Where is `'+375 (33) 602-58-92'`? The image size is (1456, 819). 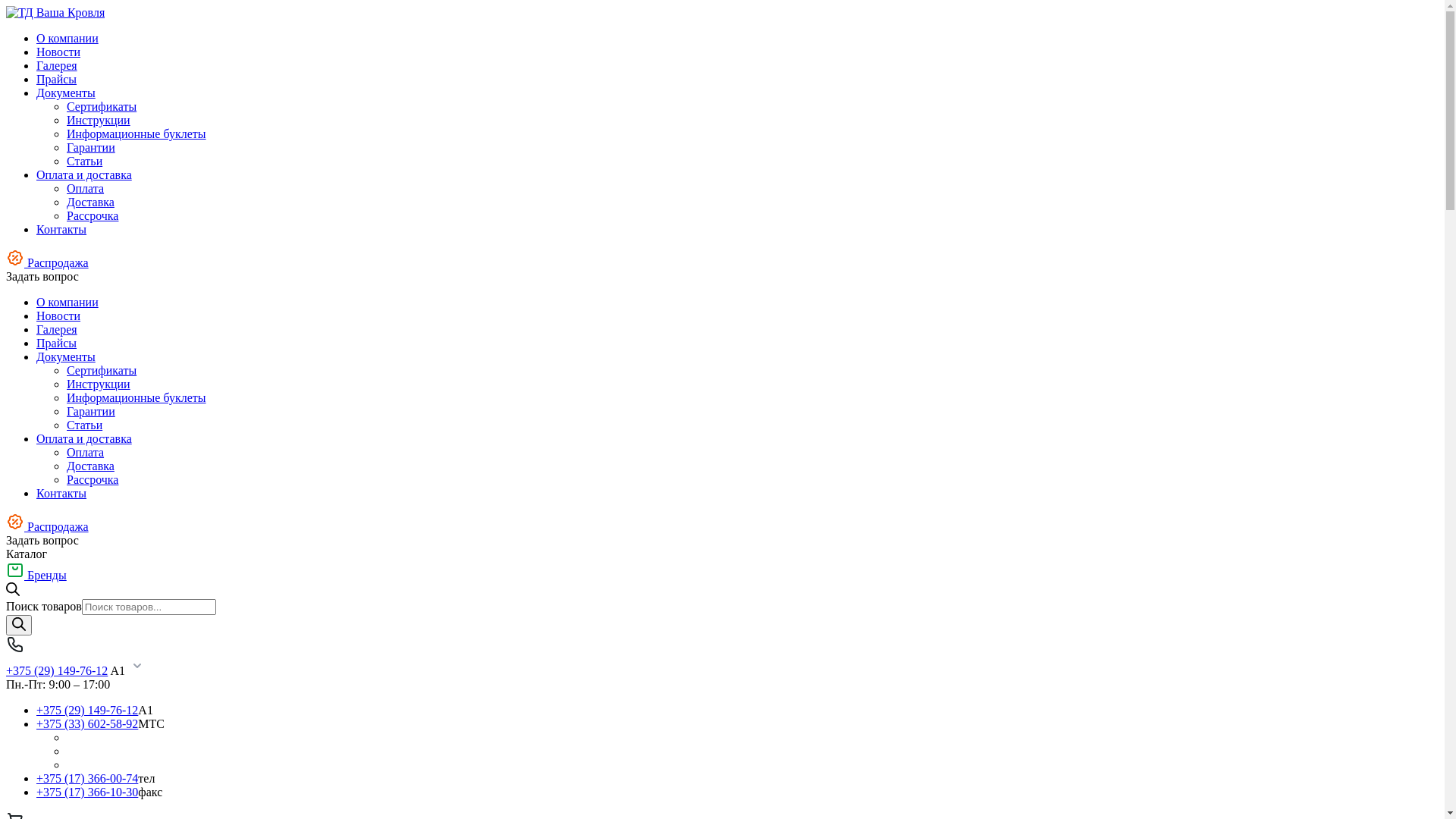
'+375 (33) 602-58-92' is located at coordinates (86, 723).